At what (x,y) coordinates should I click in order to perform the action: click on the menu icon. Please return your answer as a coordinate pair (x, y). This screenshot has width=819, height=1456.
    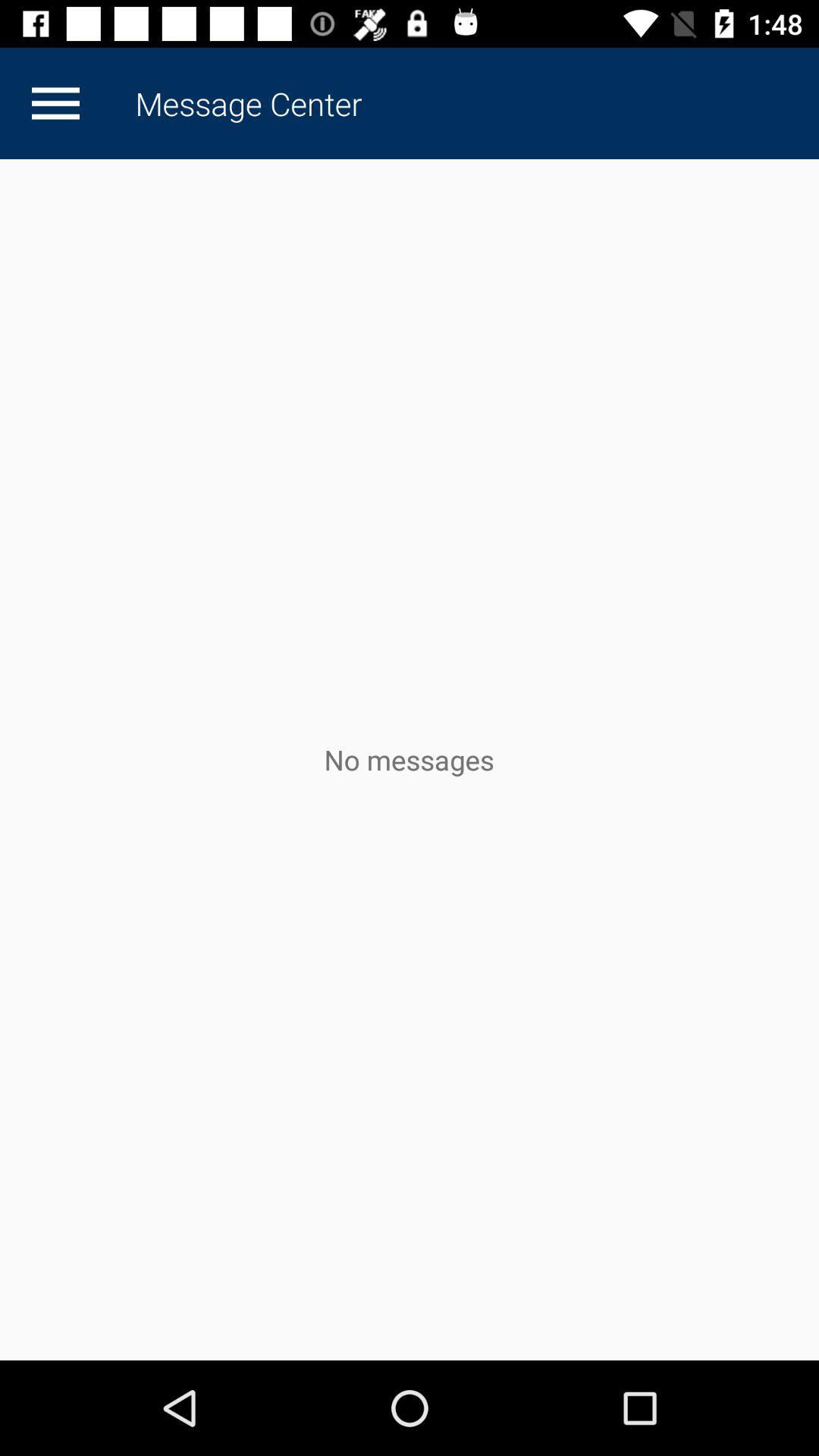
    Looking at the image, I should click on (55, 102).